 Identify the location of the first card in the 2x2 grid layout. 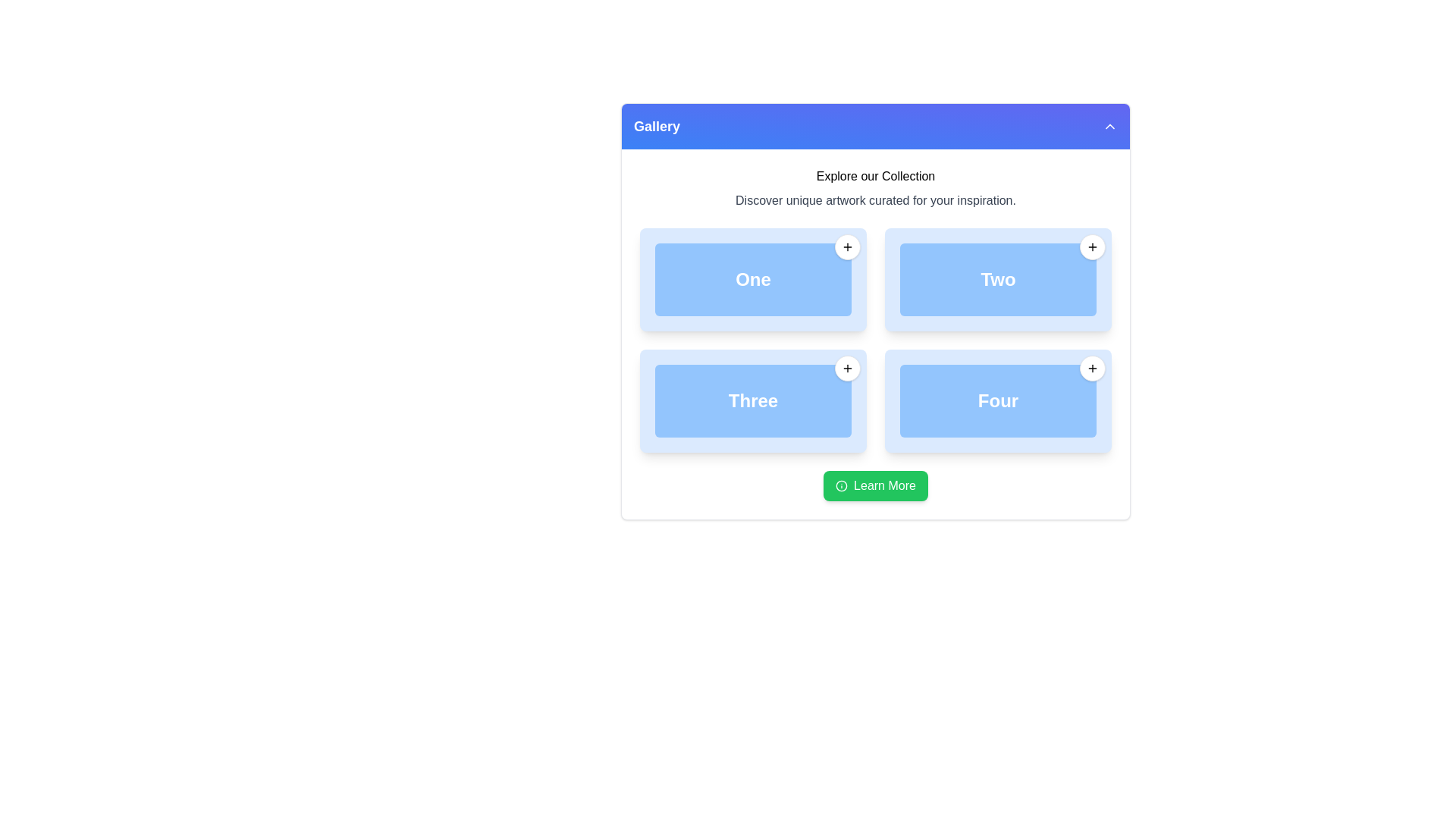
(753, 280).